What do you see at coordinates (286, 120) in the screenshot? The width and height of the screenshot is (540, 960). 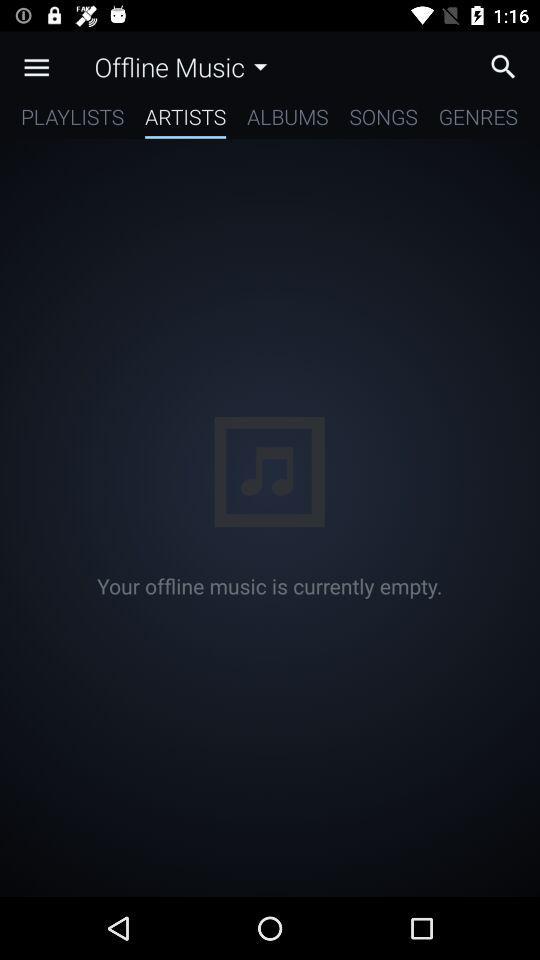 I see `the item next to the songs` at bounding box center [286, 120].